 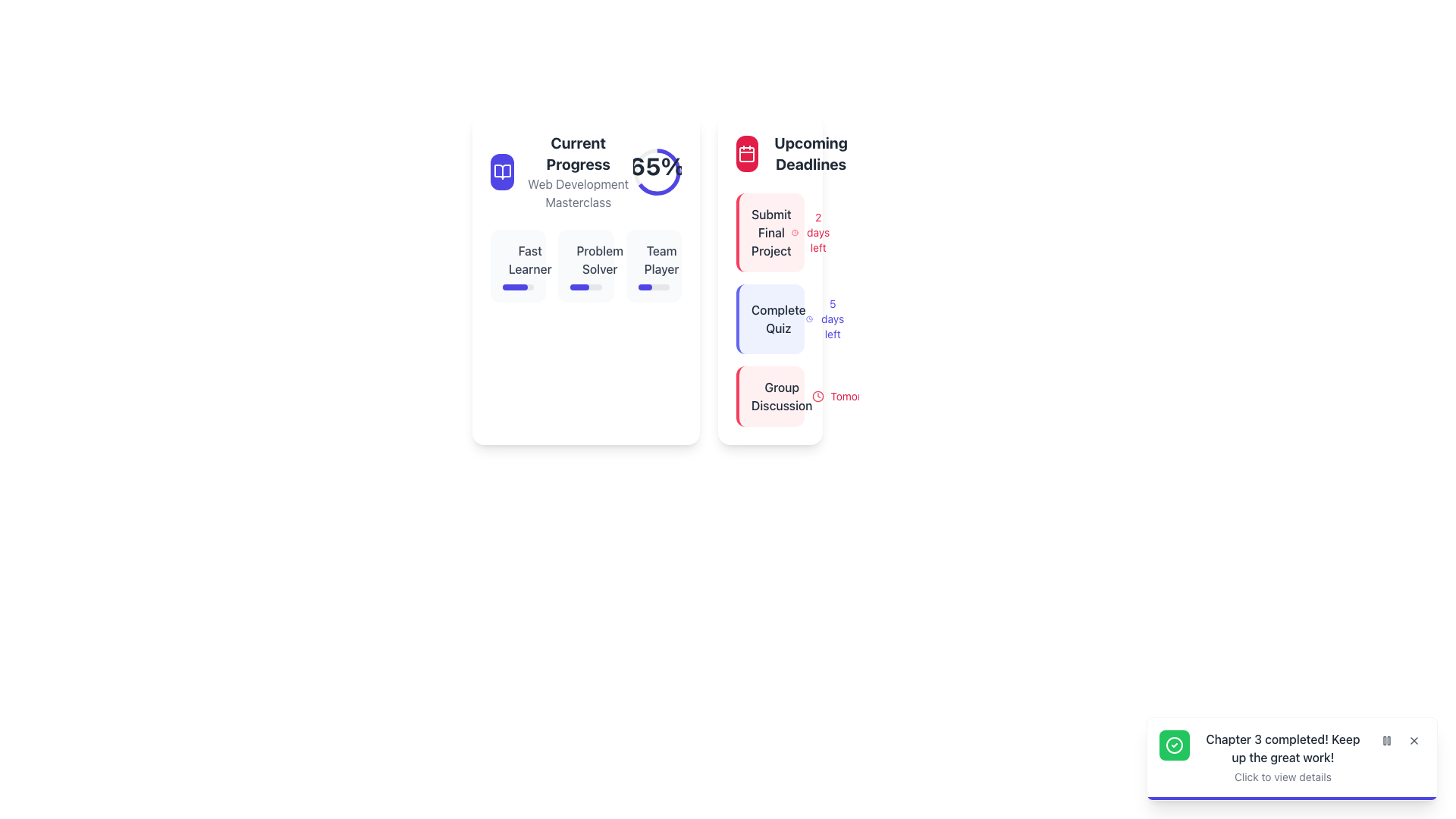 What do you see at coordinates (1291, 798) in the screenshot?
I see `the thin, horizontal progress bar located at the bottom of the notification card that indicates progression from left to right` at bounding box center [1291, 798].